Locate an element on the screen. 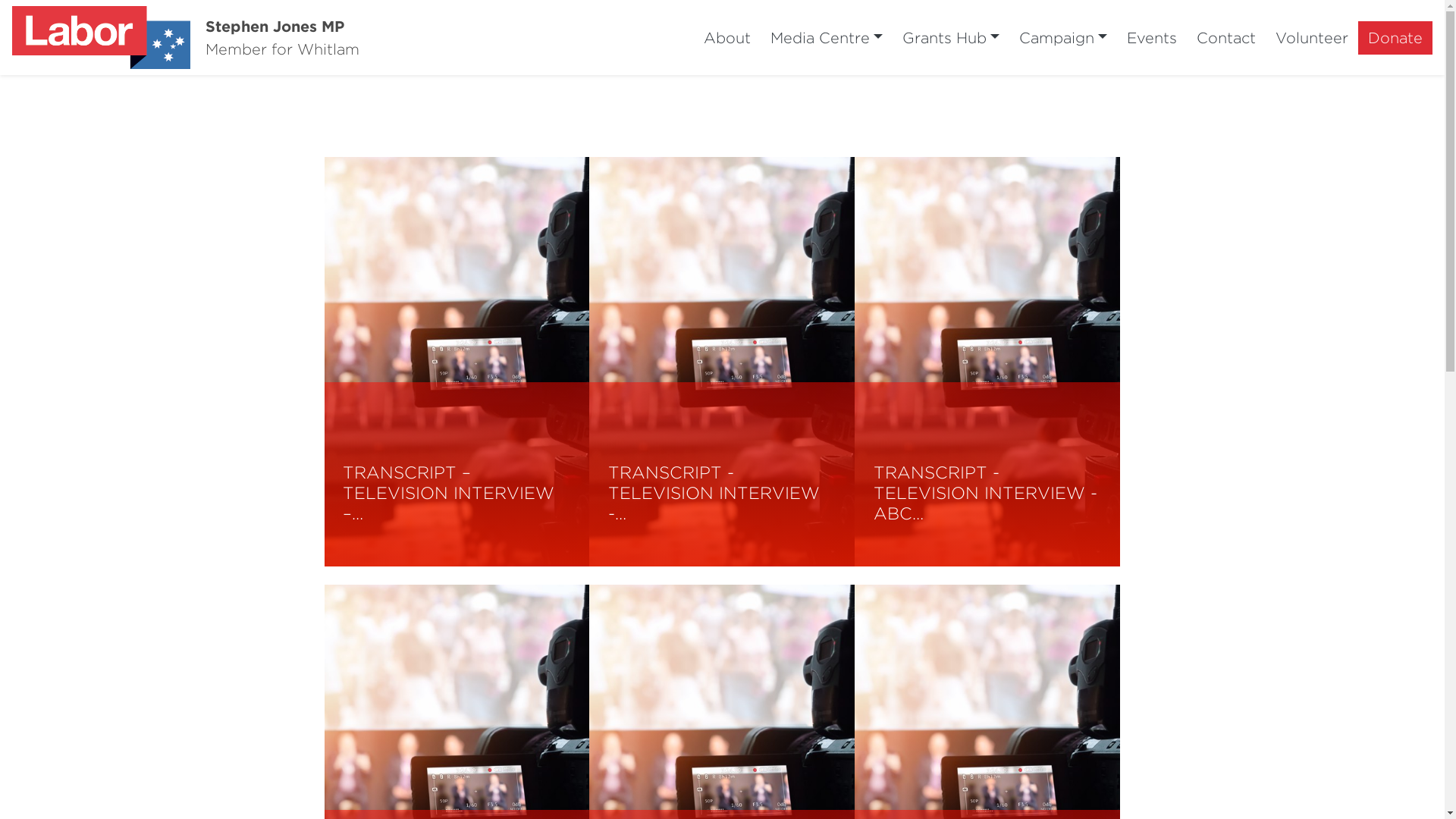  'Events' is located at coordinates (1151, 37).